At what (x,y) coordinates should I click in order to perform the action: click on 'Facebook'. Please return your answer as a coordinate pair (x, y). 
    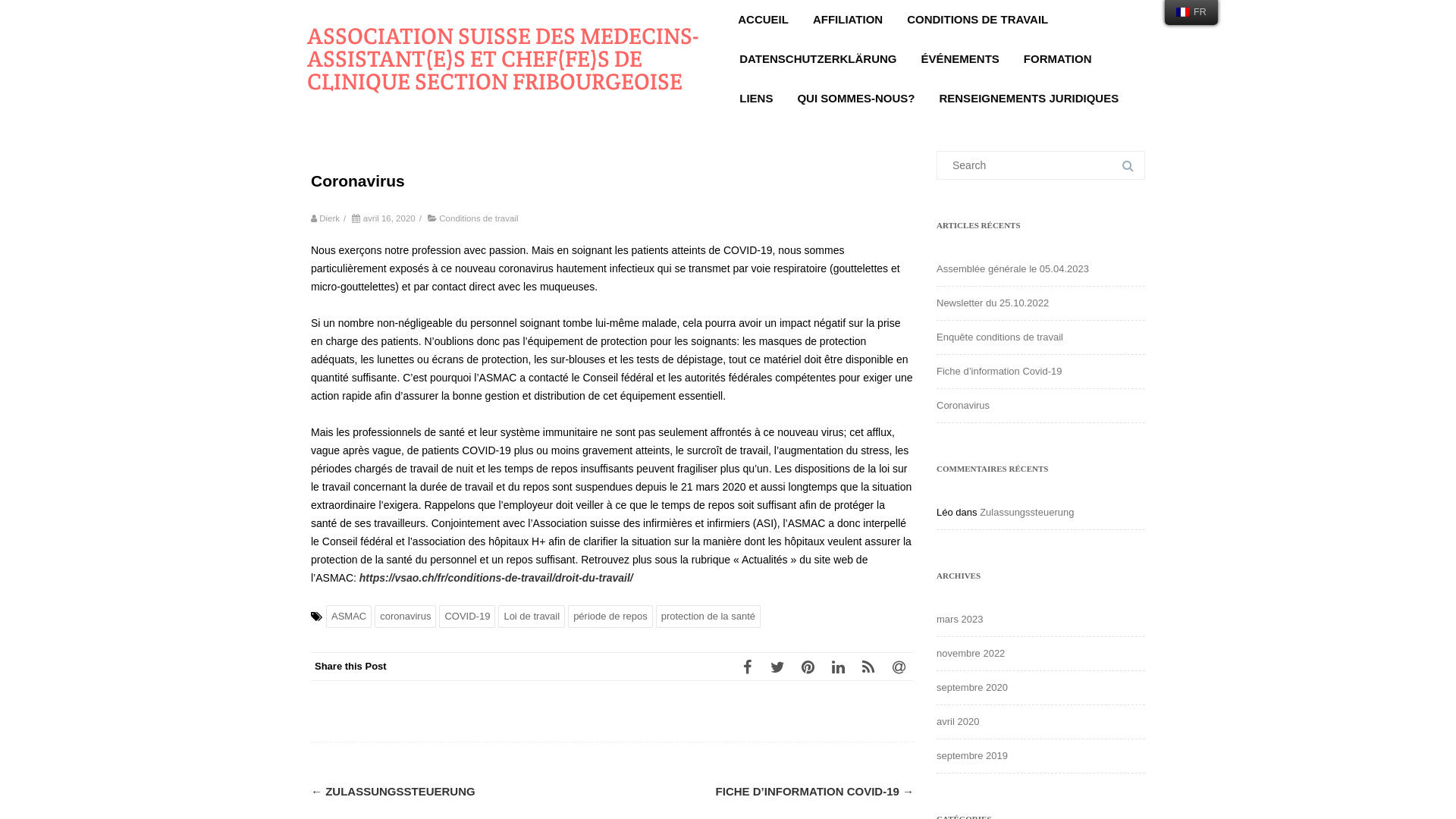
    Looking at the image, I should click on (746, 666).